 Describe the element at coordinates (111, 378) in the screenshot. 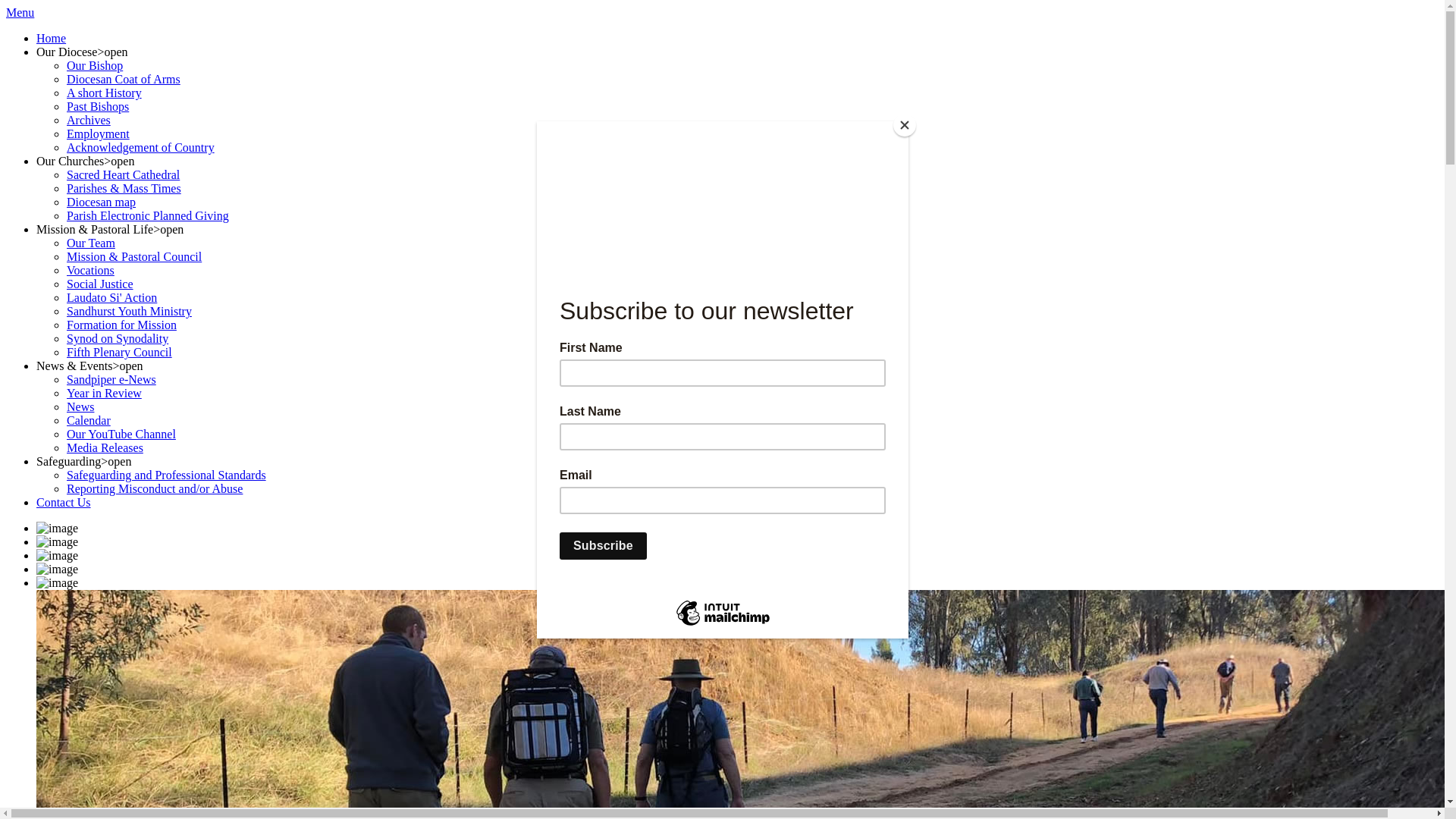

I see `'Sandpiper e-News'` at that location.